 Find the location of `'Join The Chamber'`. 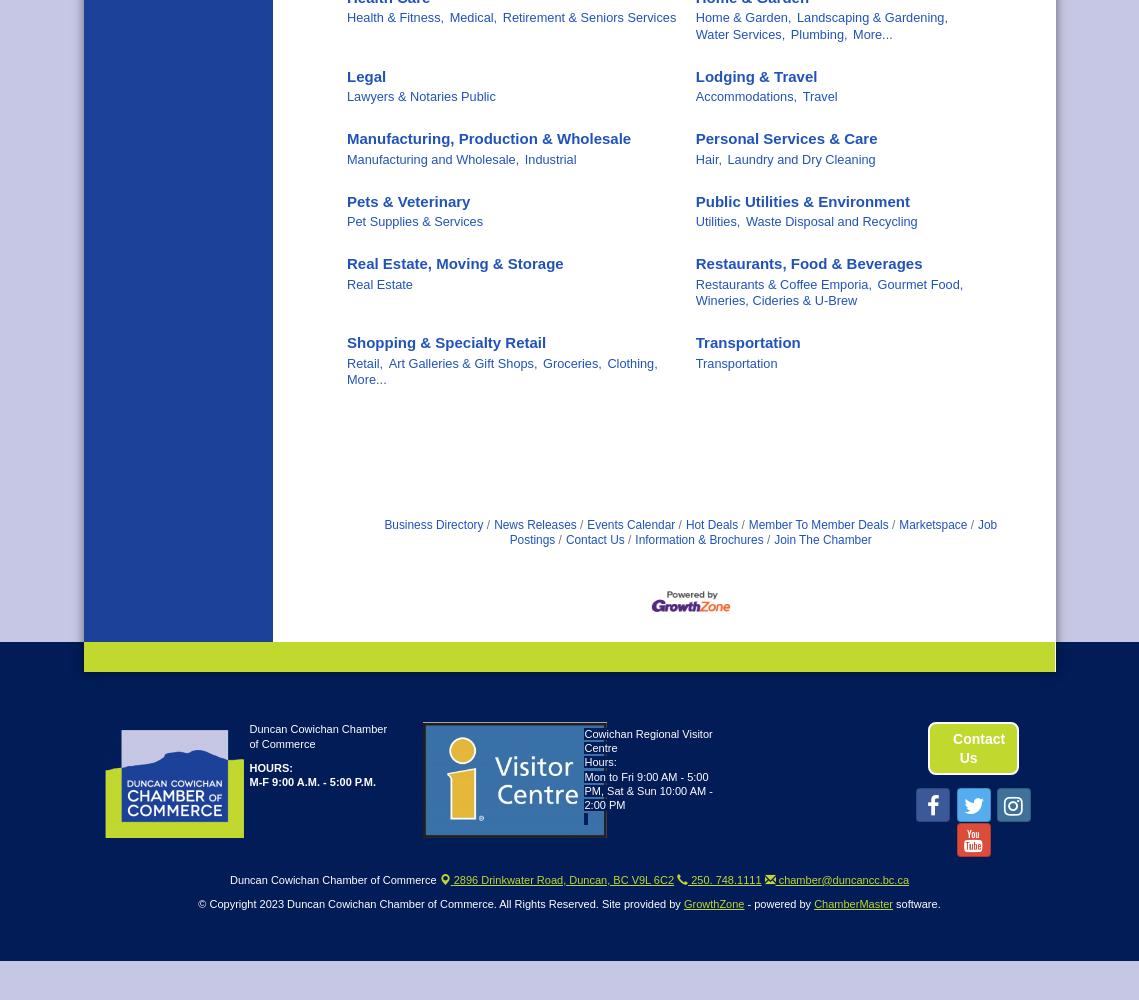

'Join The Chamber' is located at coordinates (822, 540).